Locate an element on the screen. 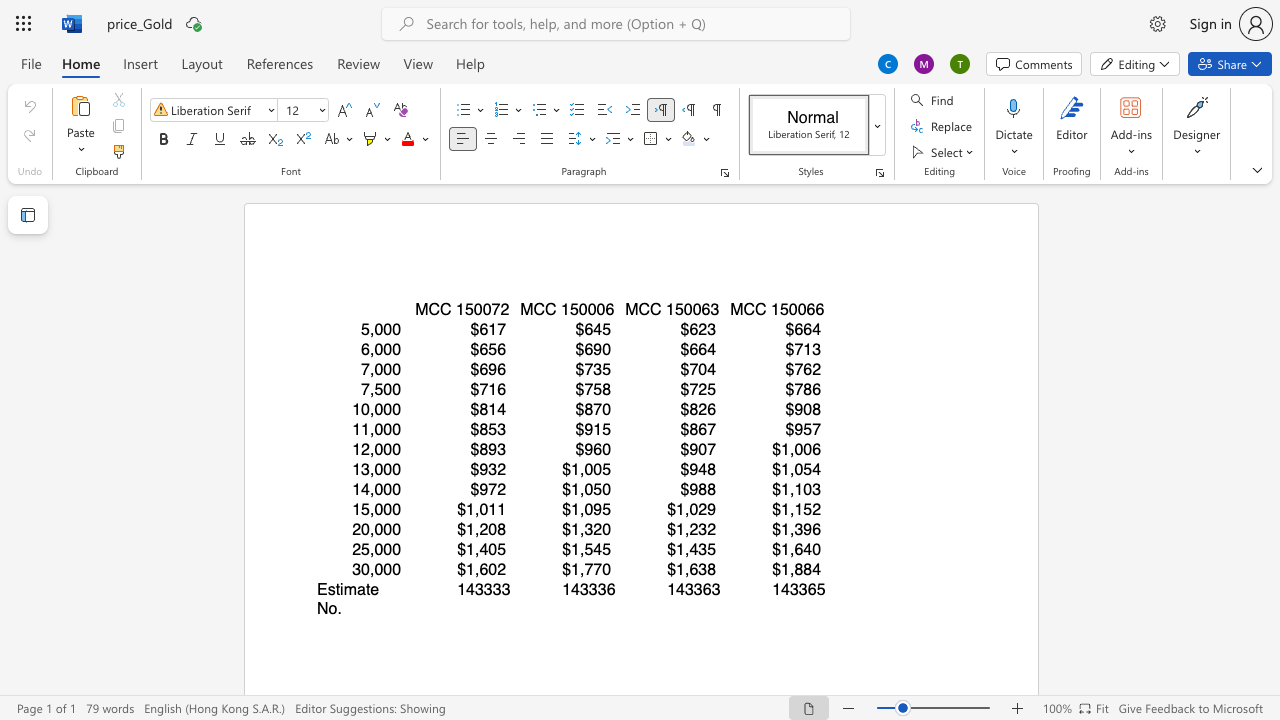 The height and width of the screenshot is (720, 1280). the 1th character "2" in the text is located at coordinates (504, 309).